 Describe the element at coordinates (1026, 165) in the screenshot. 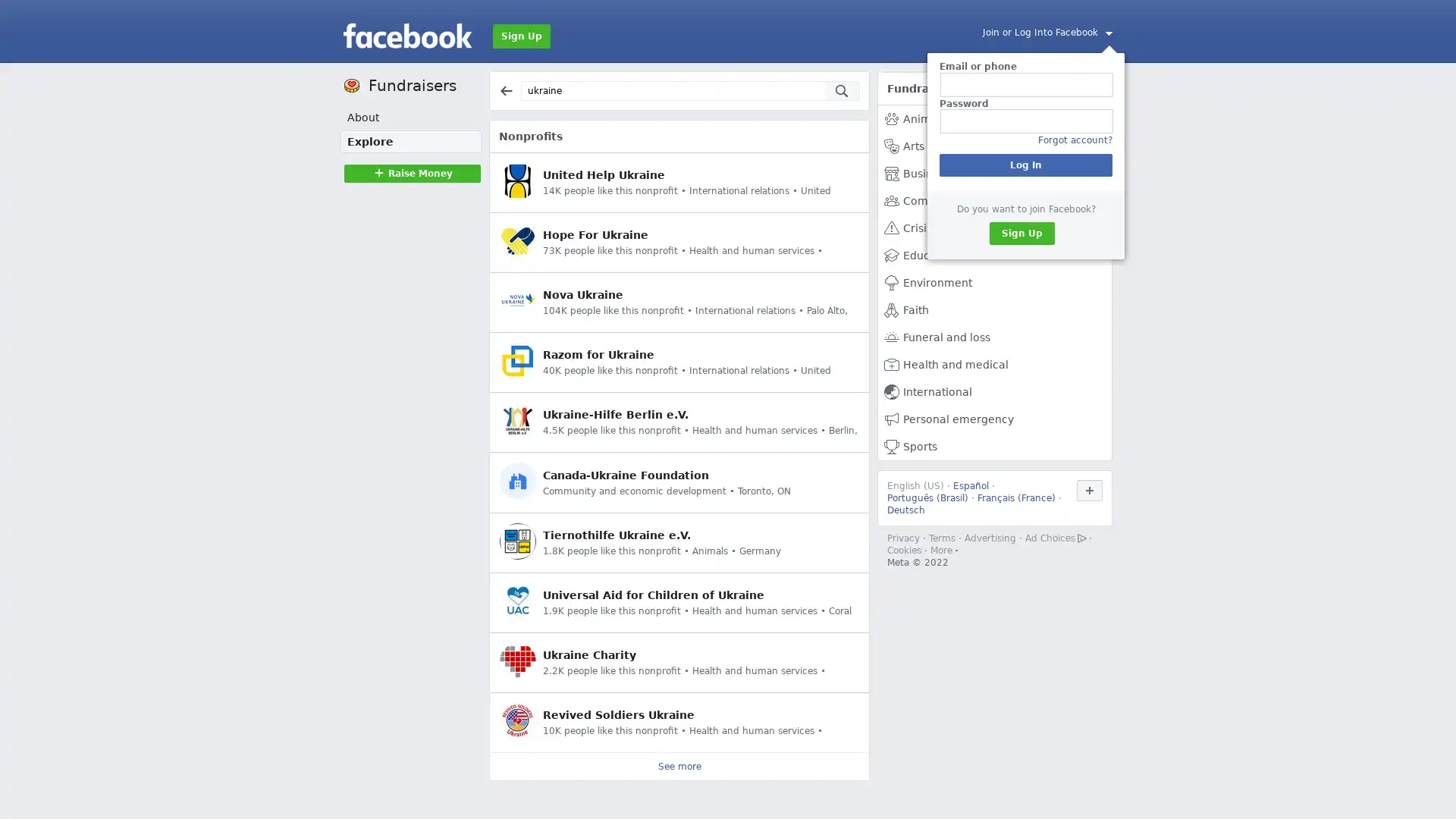

I see `Log In` at that location.